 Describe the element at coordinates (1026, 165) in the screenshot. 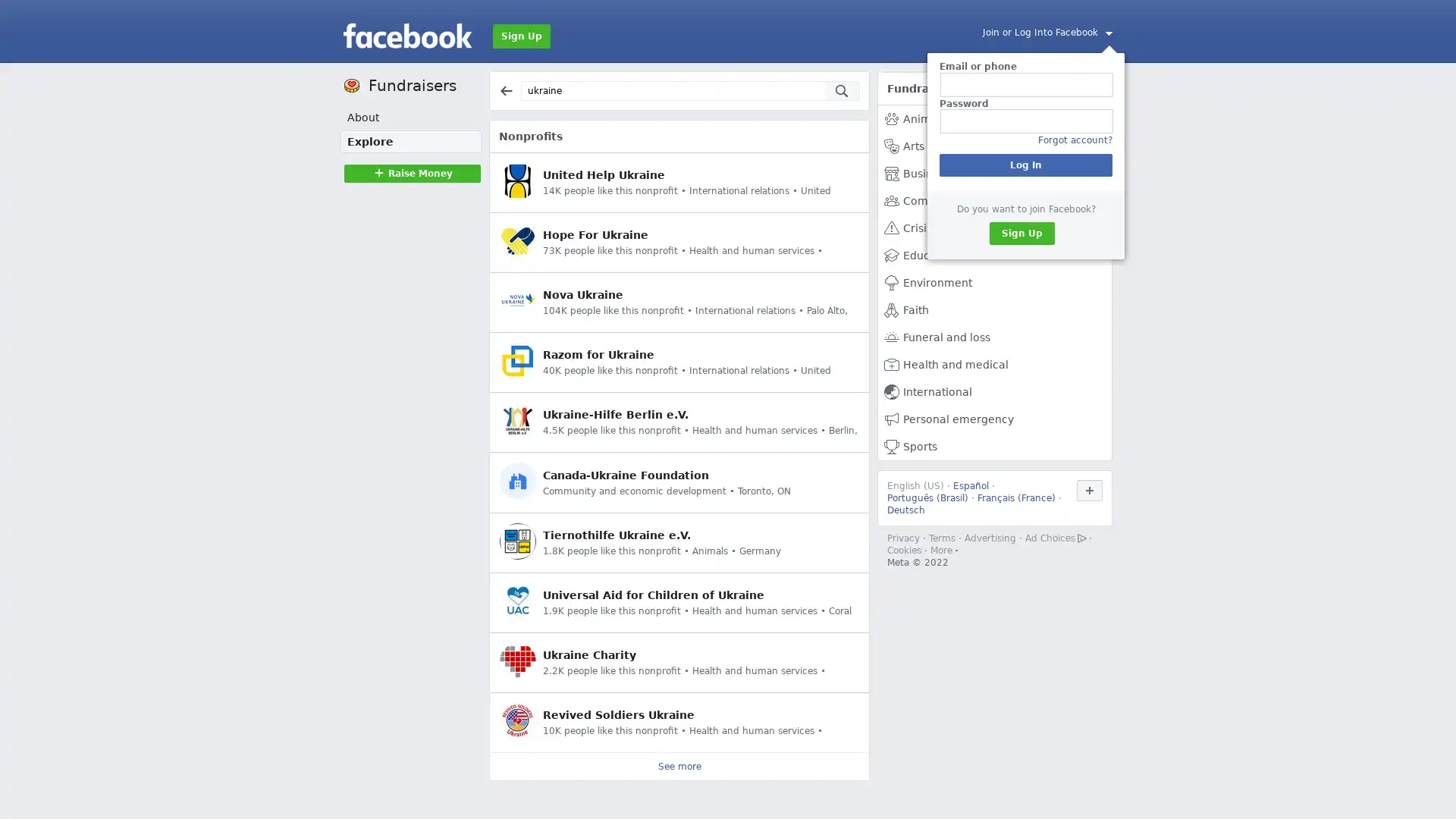

I see `Log In` at that location.